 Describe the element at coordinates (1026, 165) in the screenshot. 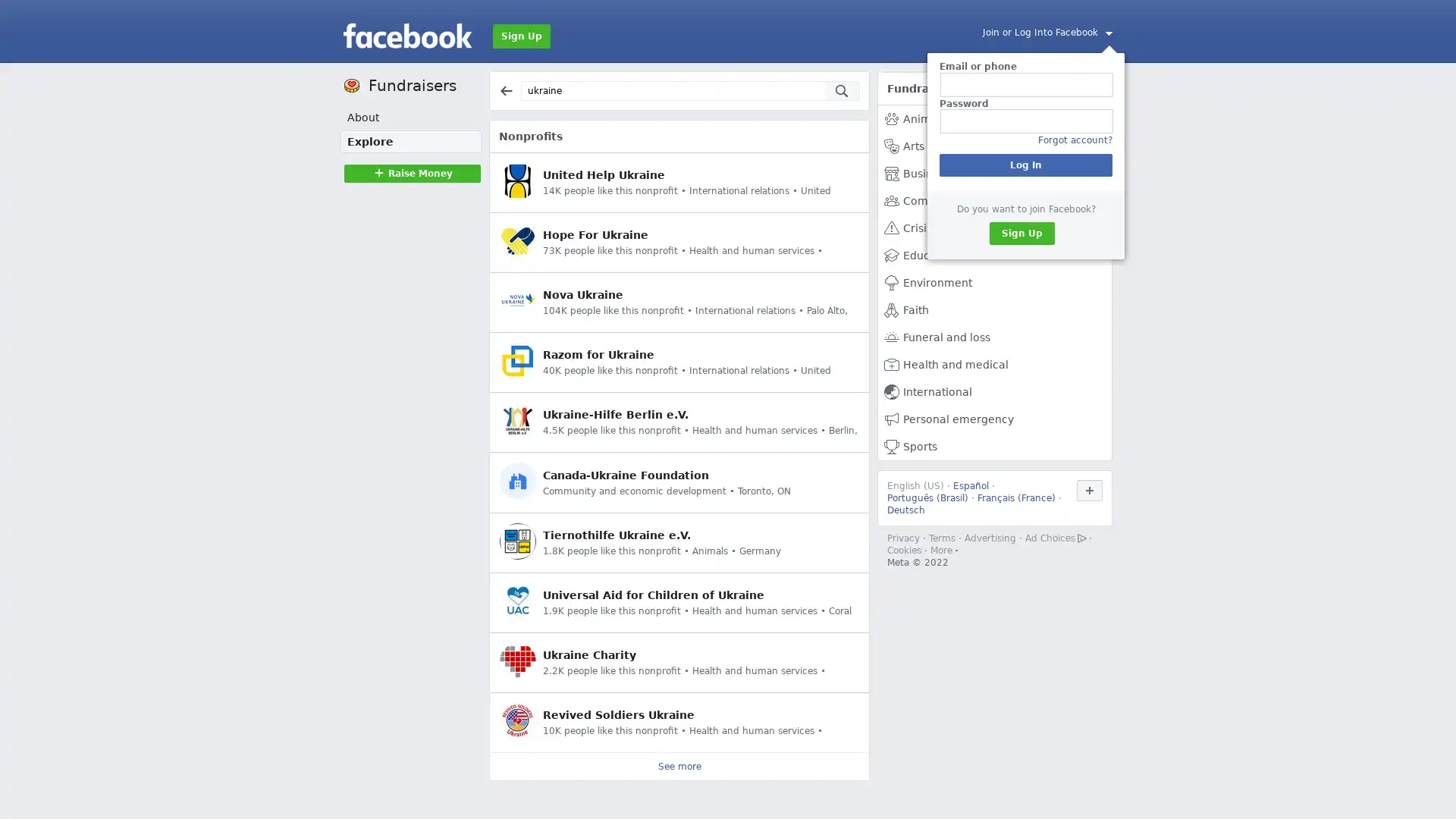

I see `Log In` at that location.